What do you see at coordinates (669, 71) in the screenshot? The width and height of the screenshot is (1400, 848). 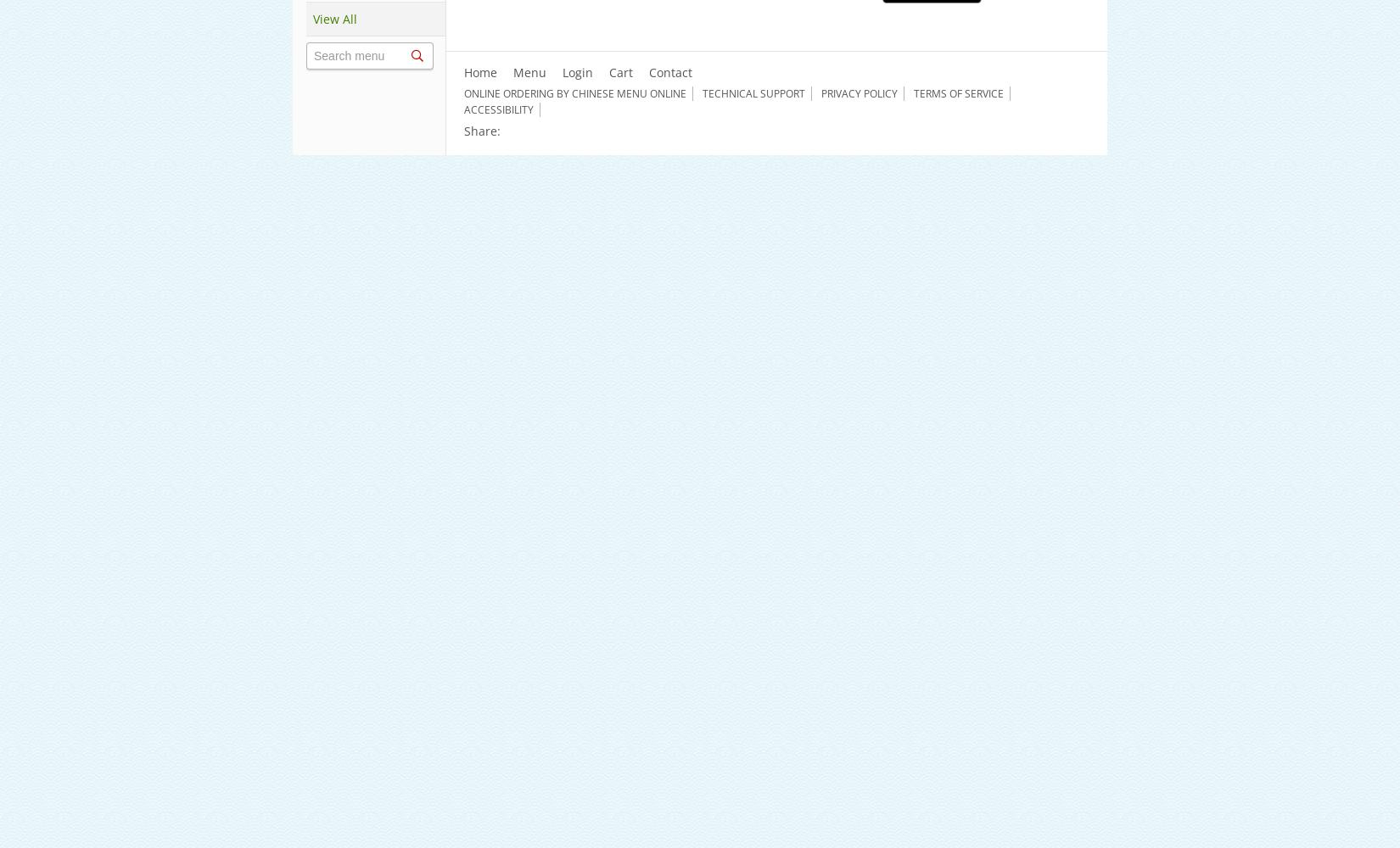 I see `'Contact'` at bounding box center [669, 71].